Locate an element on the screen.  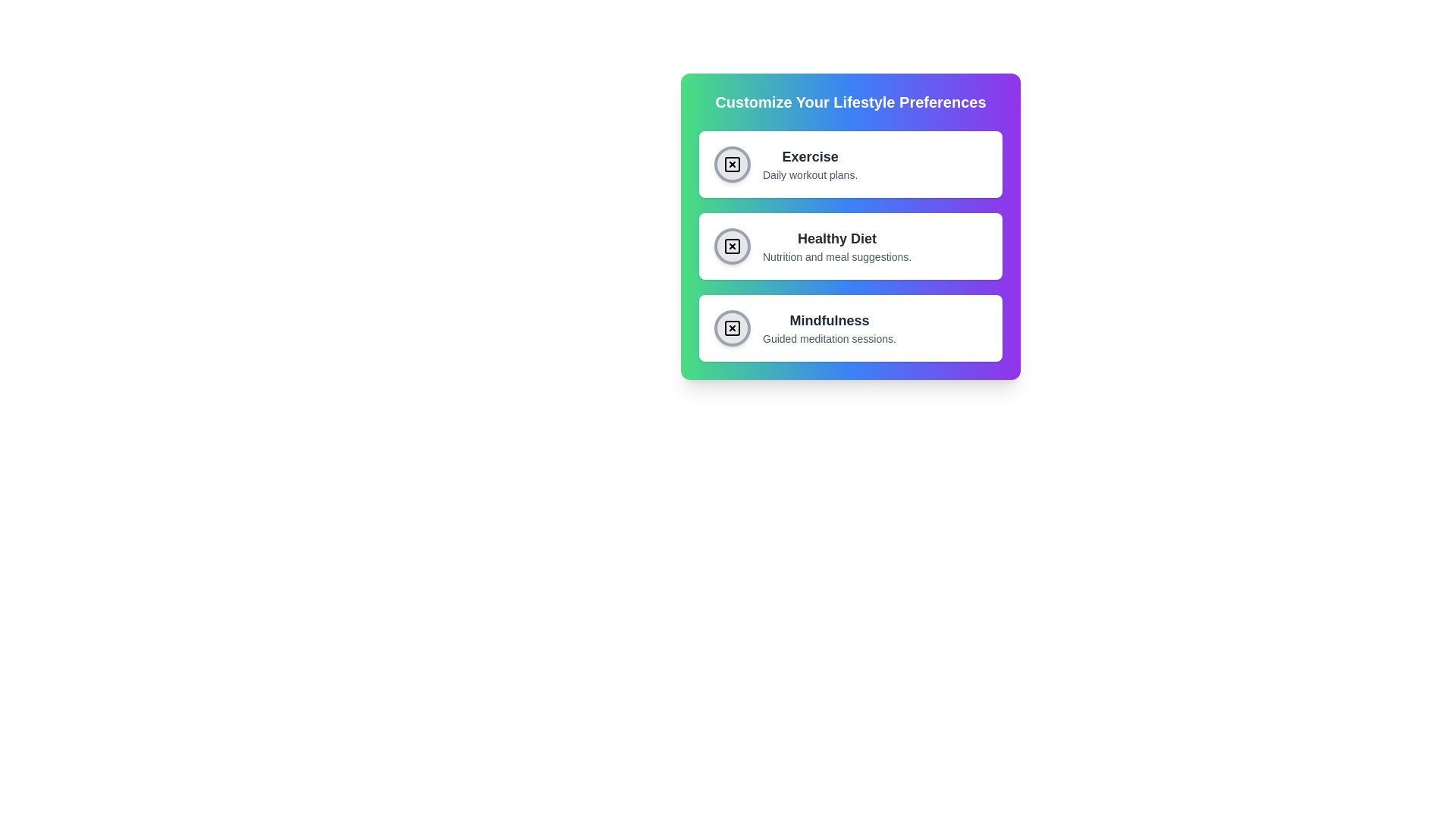
the informational label related to mindfulness and guided meditation sessions is located at coordinates (829, 327).